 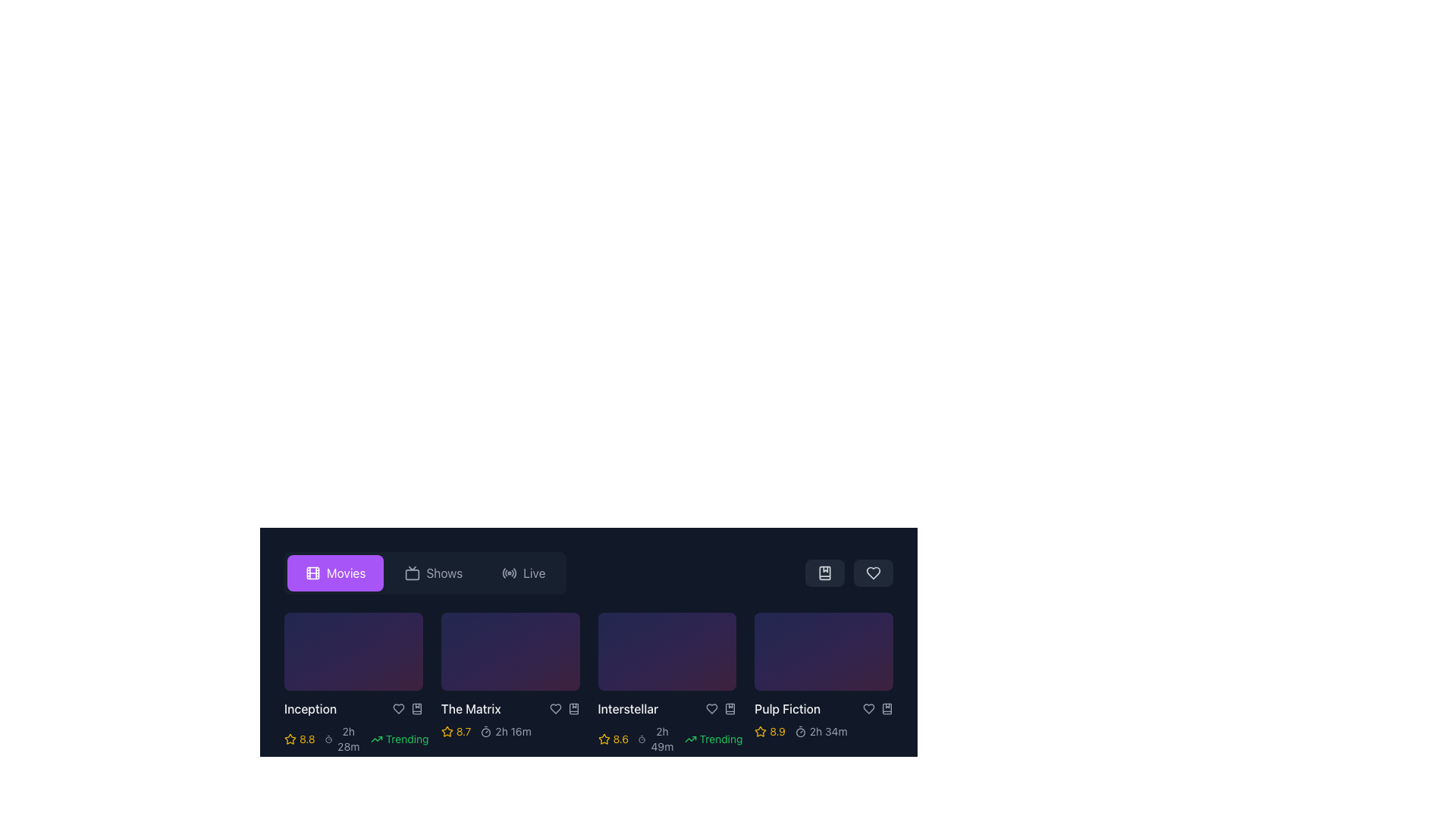 I want to click on the central SVG circle element of the stopwatch/timer icon located in the top-right corner of the interface, so click(x=486, y=732).